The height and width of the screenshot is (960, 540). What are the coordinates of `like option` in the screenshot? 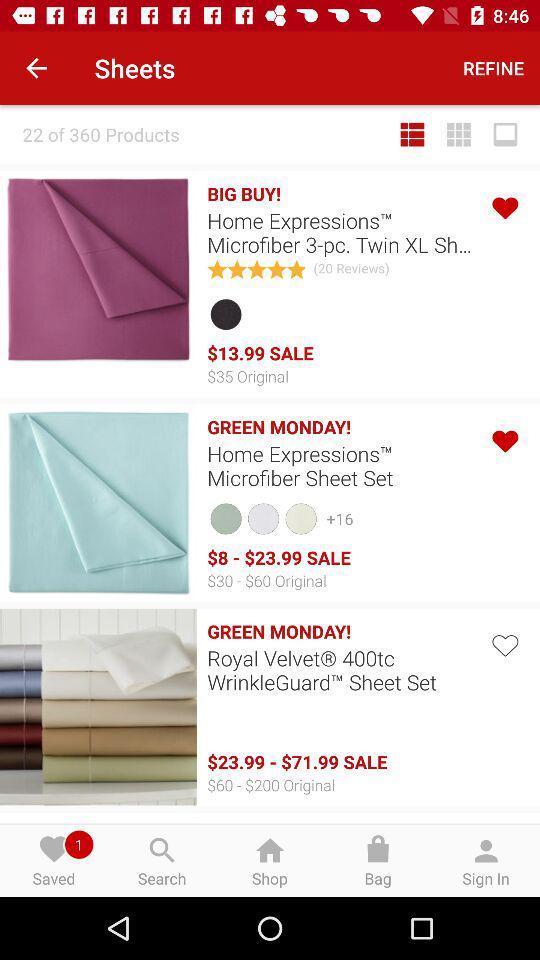 It's located at (503, 206).